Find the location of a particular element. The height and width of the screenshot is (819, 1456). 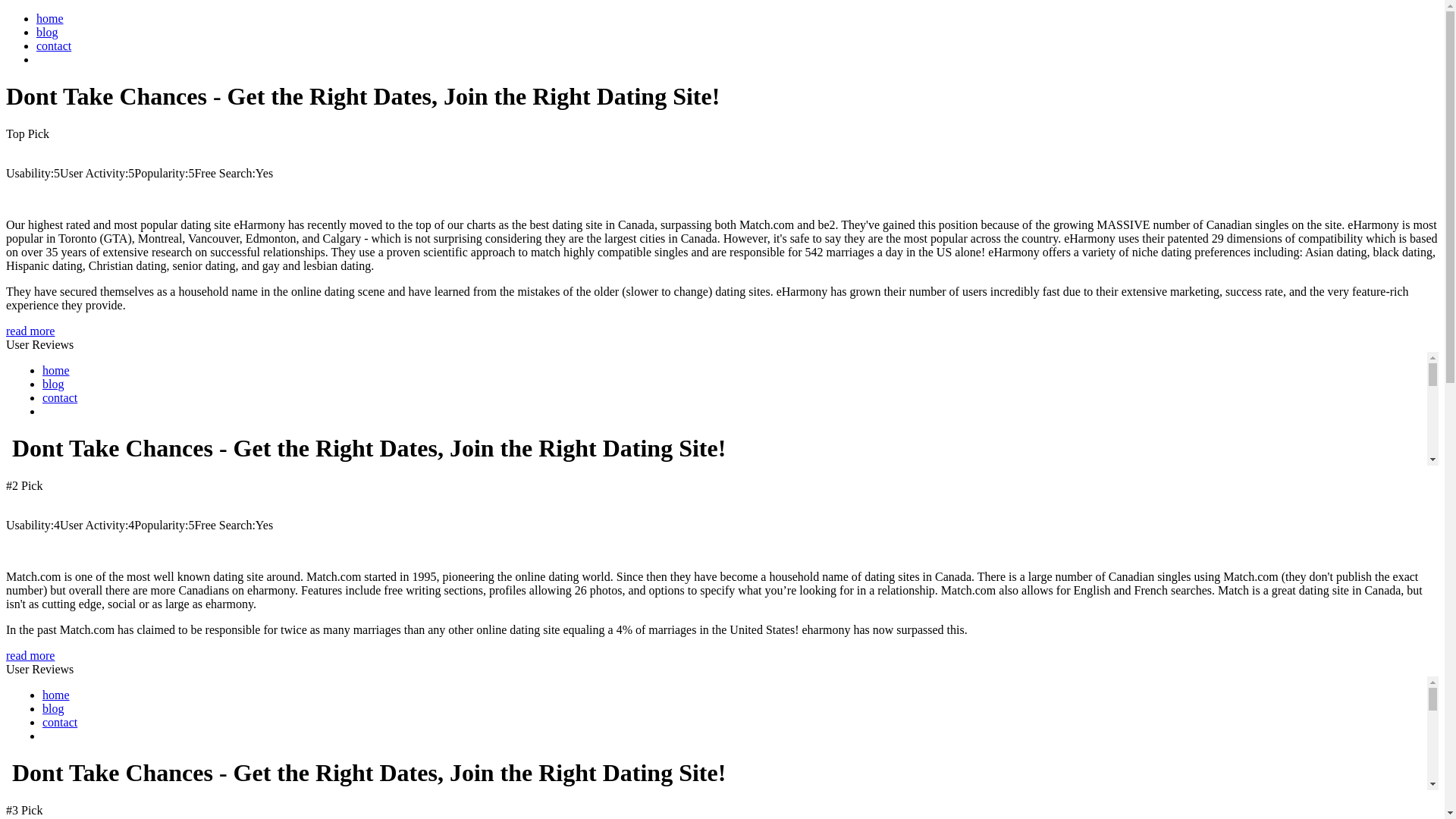

'contact' is located at coordinates (54, 45).